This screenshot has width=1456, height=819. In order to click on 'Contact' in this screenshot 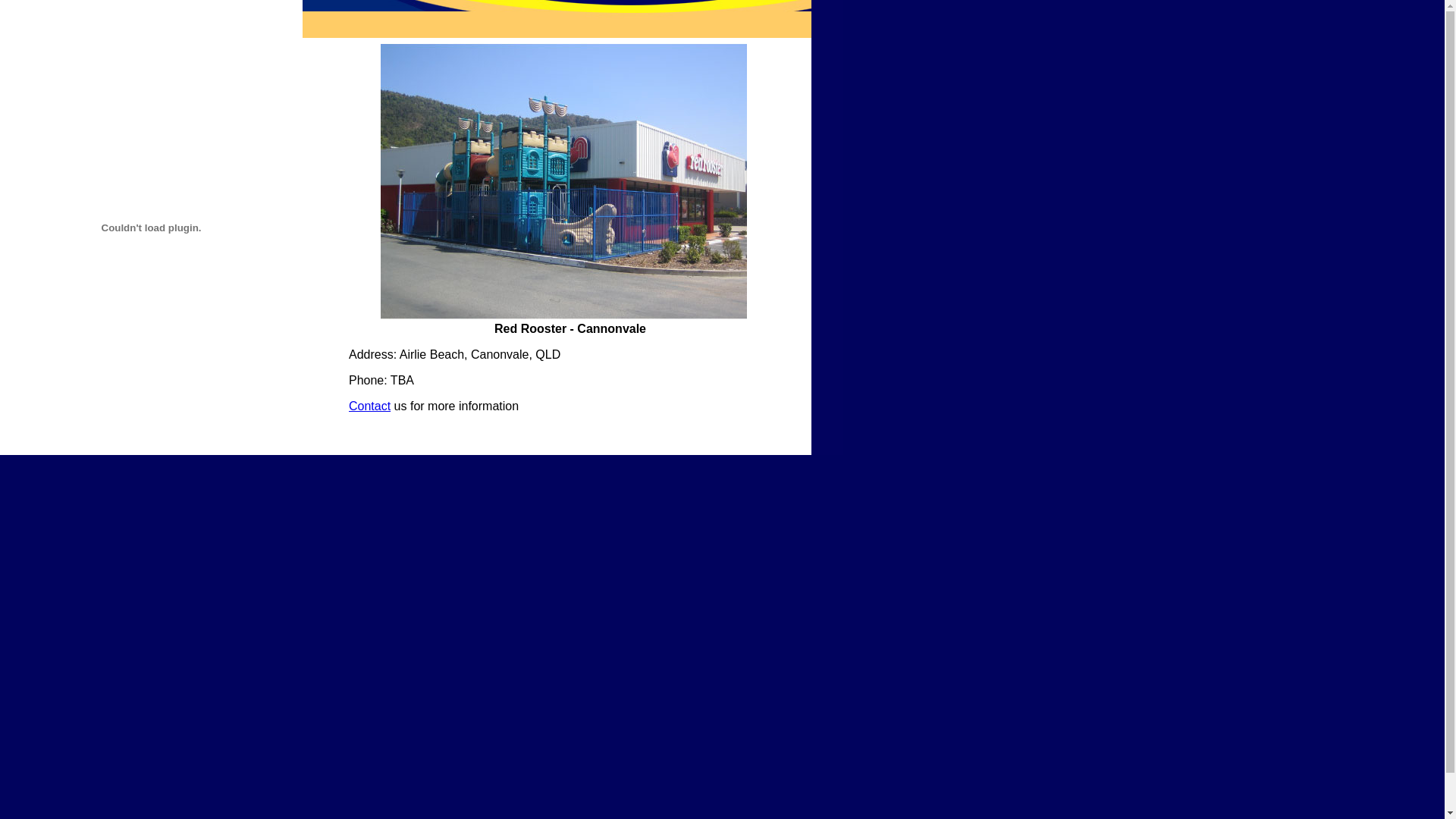, I will do `click(369, 405)`.